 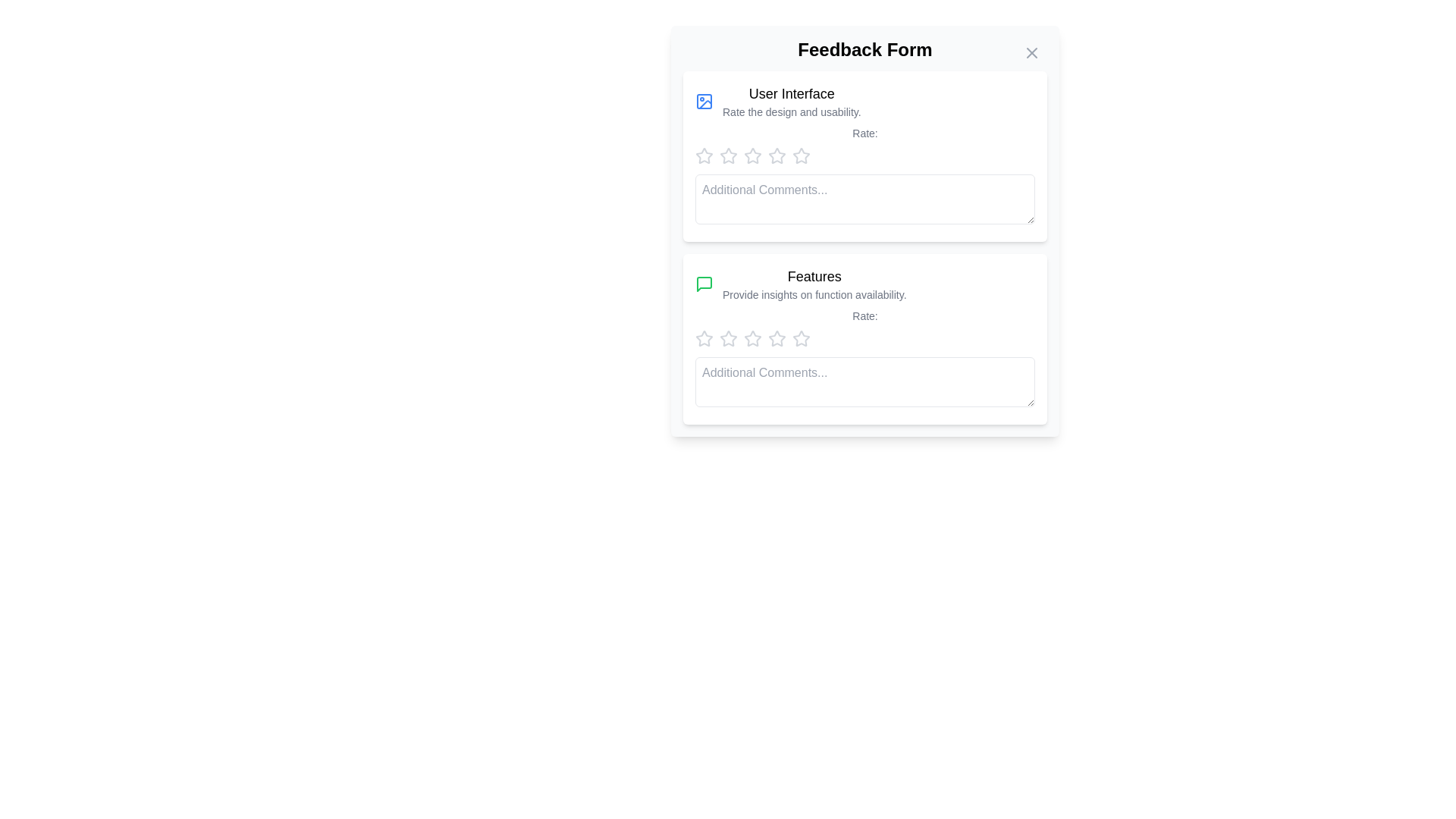 I want to click on the header and description text for the 'User Interface' rating and feedback section, which is located at the top of the section and immediately to the right of a blue icon, so click(x=791, y=102).